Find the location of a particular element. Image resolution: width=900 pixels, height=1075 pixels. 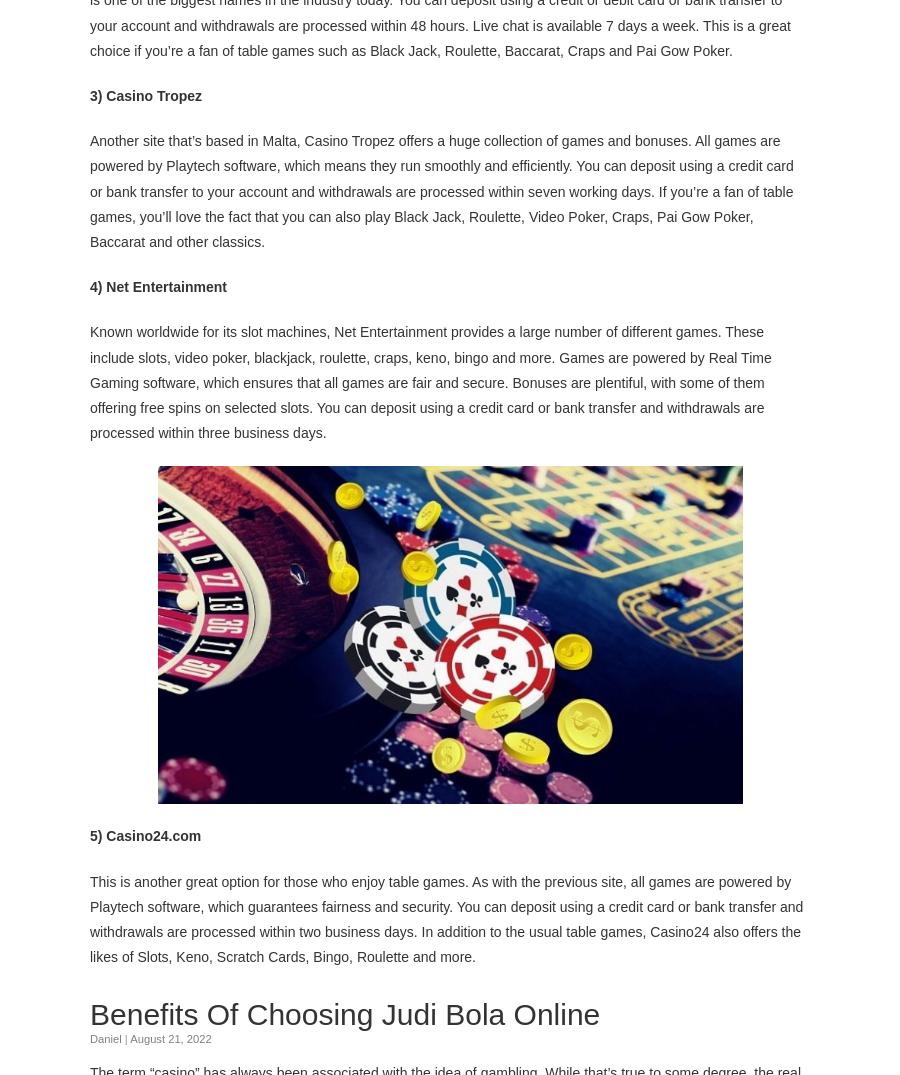

'3) Casino Tropez' is located at coordinates (145, 93).